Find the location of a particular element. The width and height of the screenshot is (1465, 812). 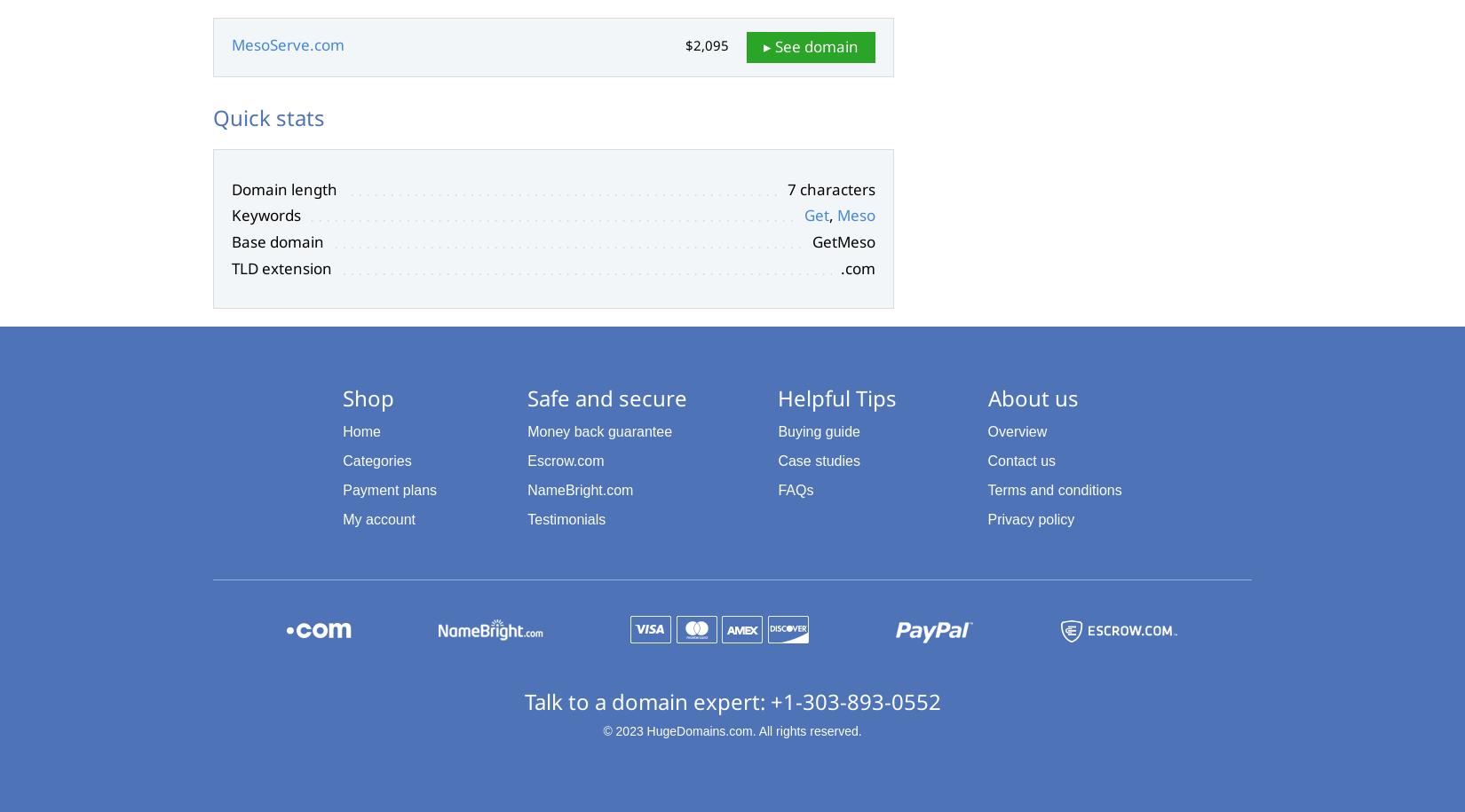

'About us' is located at coordinates (1032, 398).